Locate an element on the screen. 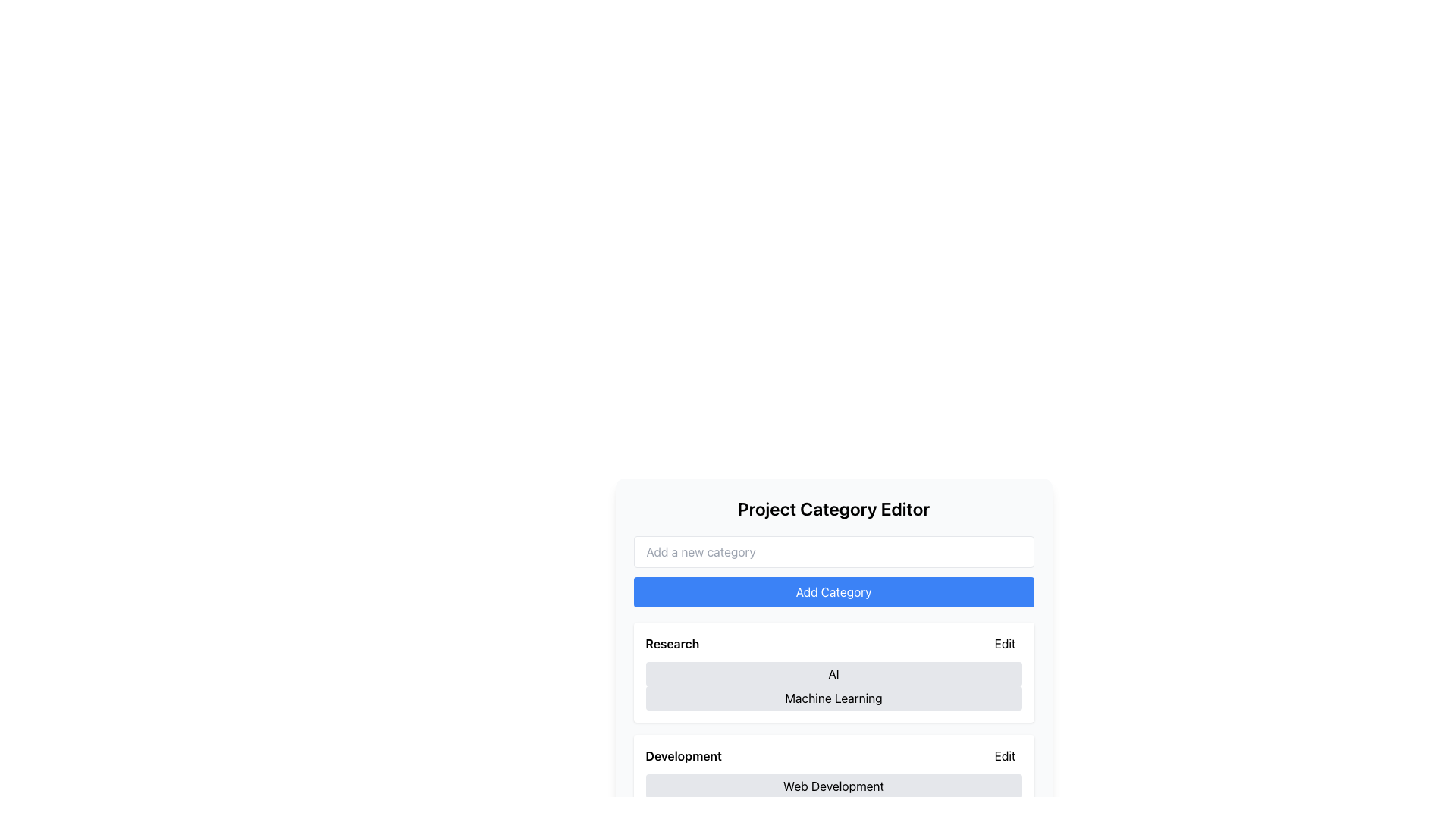 The height and width of the screenshot is (819, 1456). the bold text label that reads 'Development', styled with semibold typography and located in the categories section of the user interface is located at coordinates (682, 755).